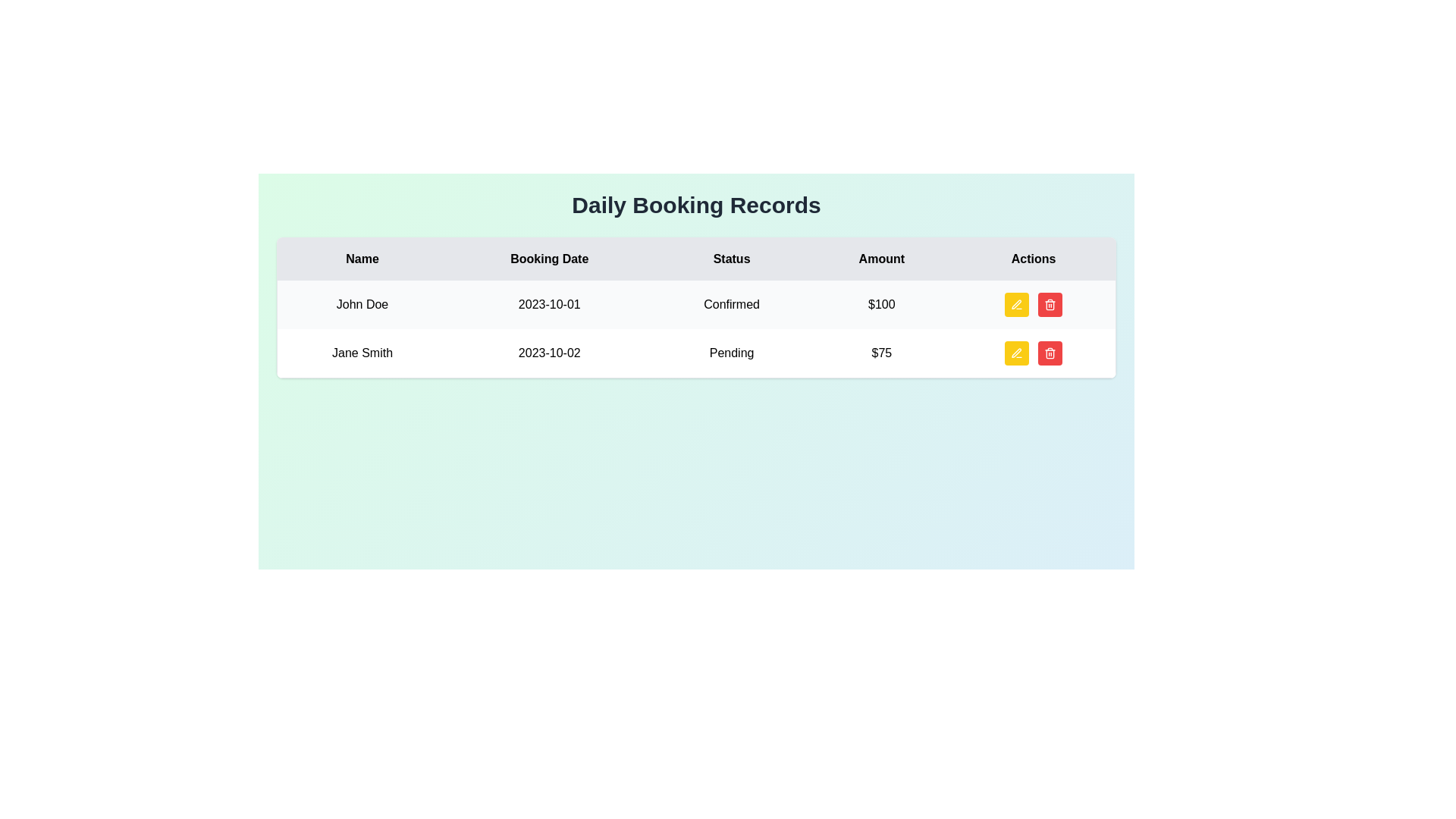  Describe the element at coordinates (881, 258) in the screenshot. I see `the 'Amount' table header cell` at that location.